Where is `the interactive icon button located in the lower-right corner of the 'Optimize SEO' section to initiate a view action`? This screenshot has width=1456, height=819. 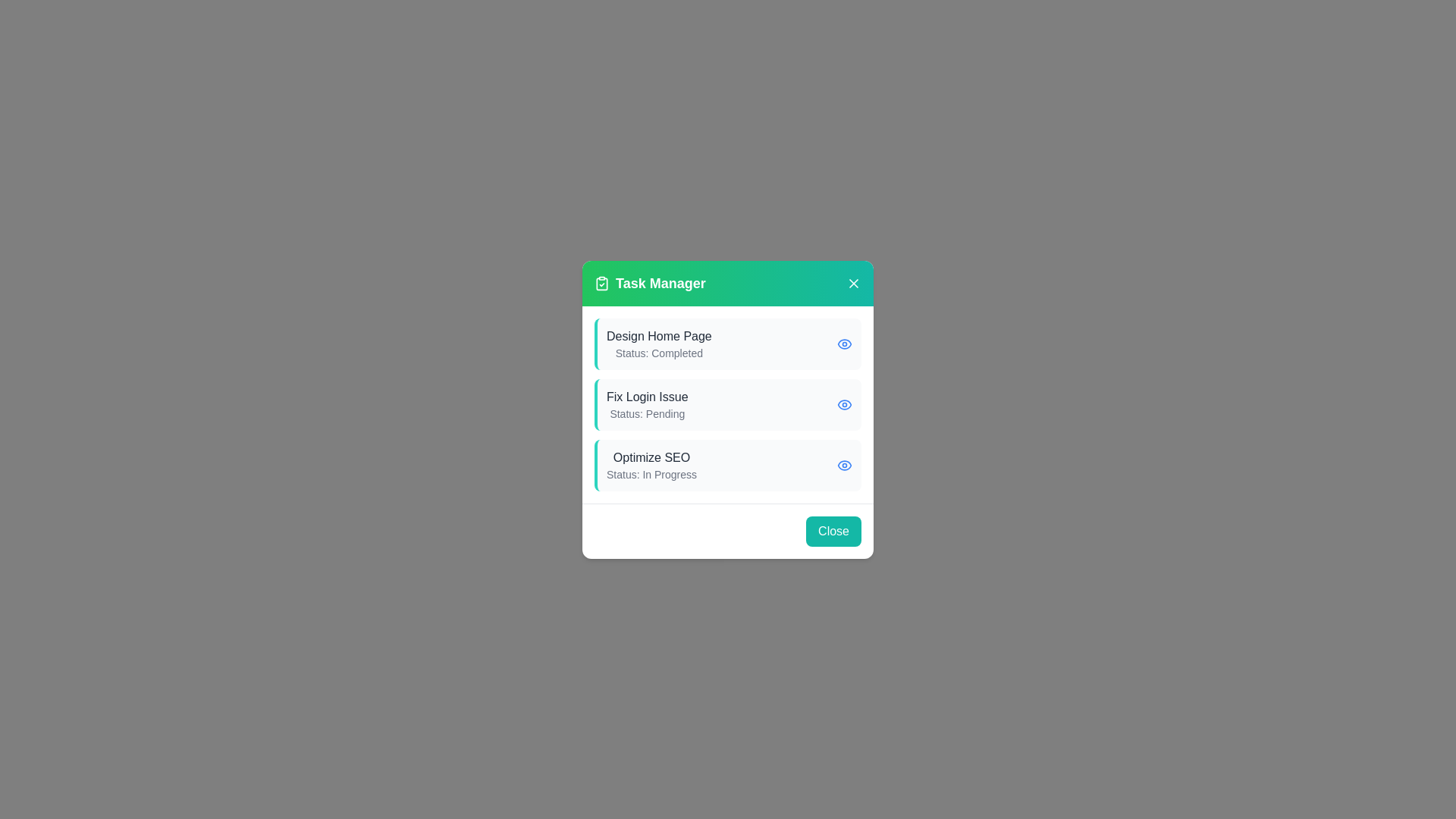
the interactive icon button located in the lower-right corner of the 'Optimize SEO' section to initiate a view action is located at coordinates (843, 464).